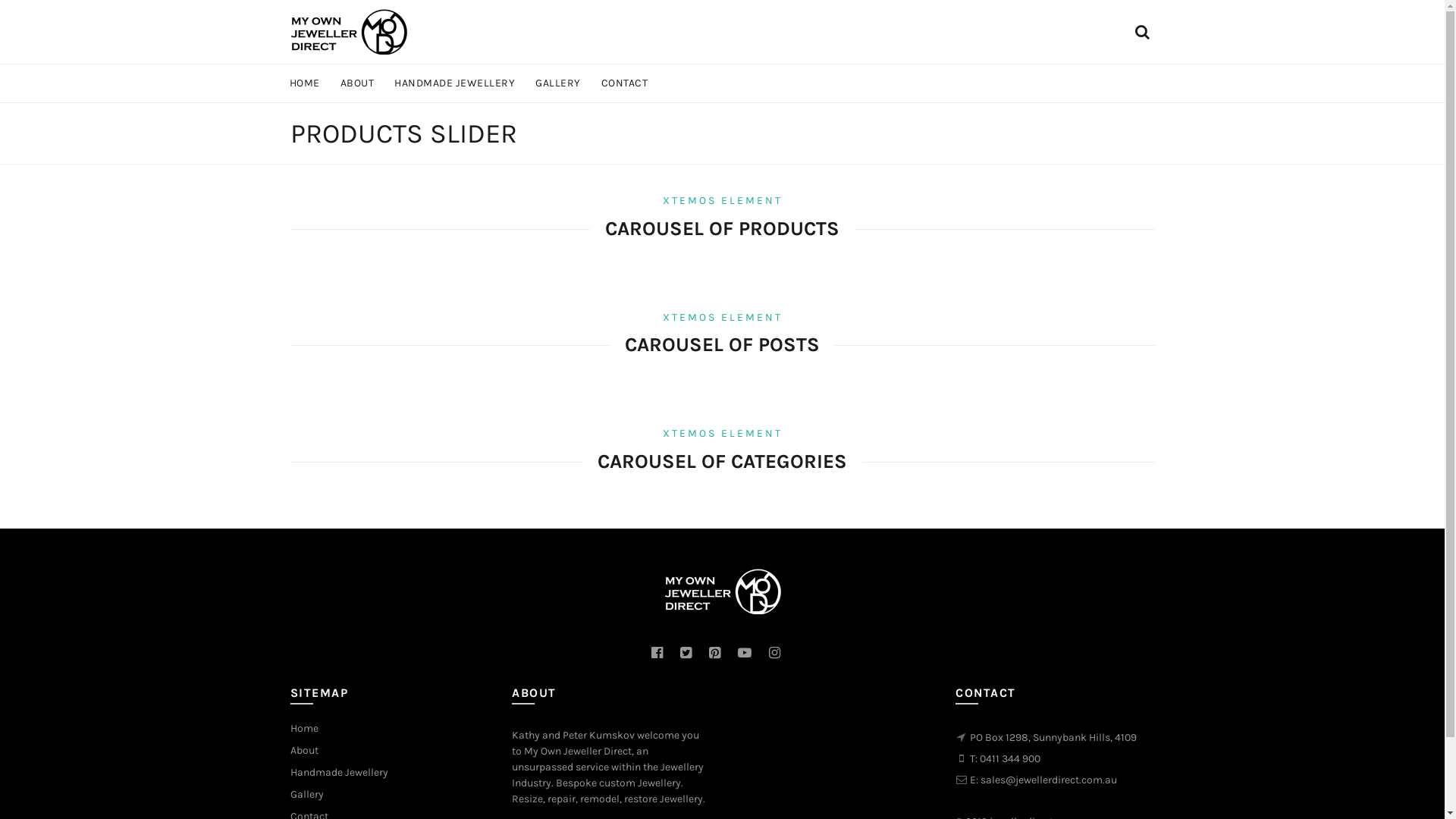  I want to click on 'HOME', so click(303, 83).